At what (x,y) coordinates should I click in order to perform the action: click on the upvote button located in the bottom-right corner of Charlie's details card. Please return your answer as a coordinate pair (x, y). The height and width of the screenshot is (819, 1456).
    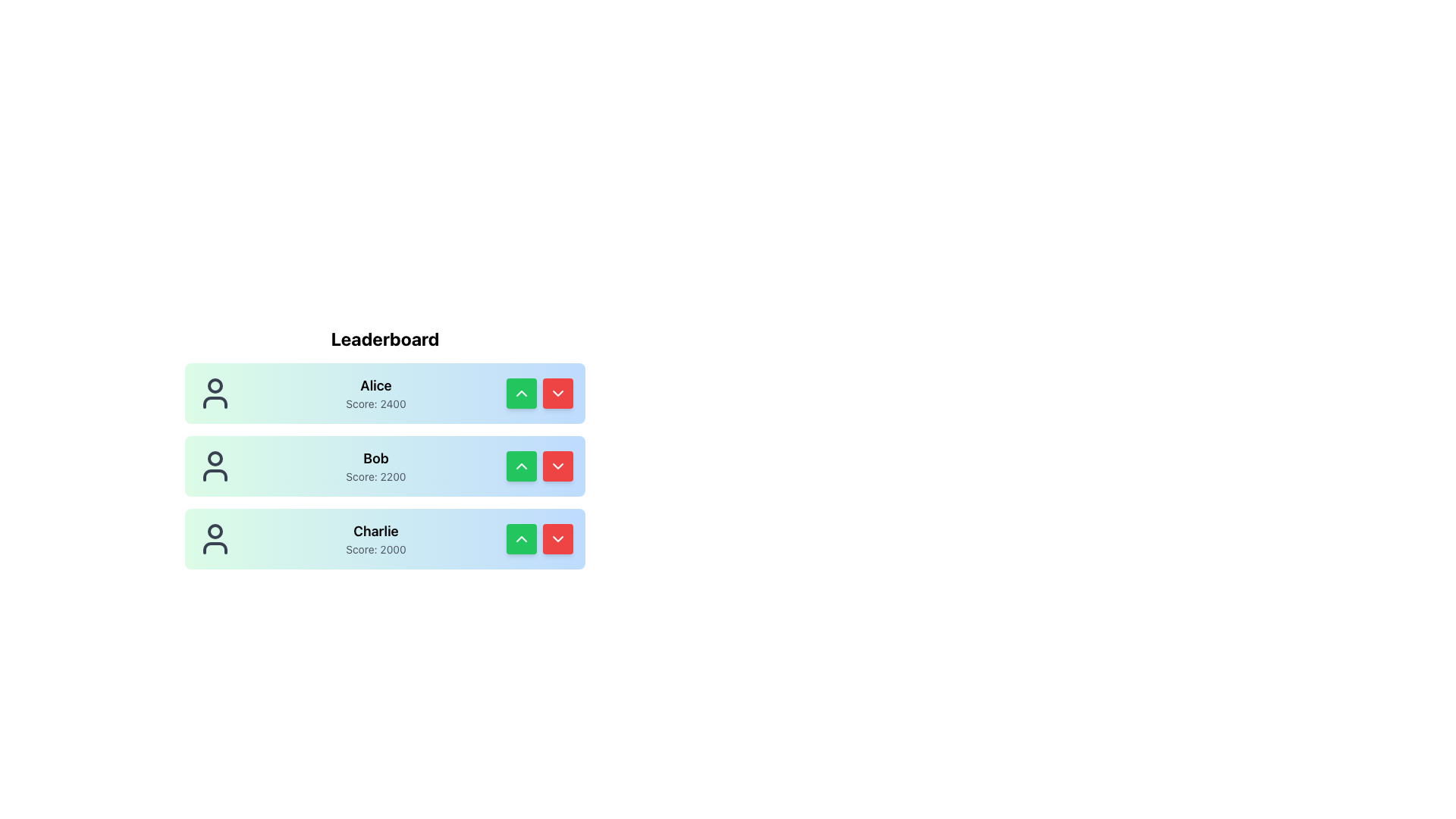
    Looking at the image, I should click on (521, 538).